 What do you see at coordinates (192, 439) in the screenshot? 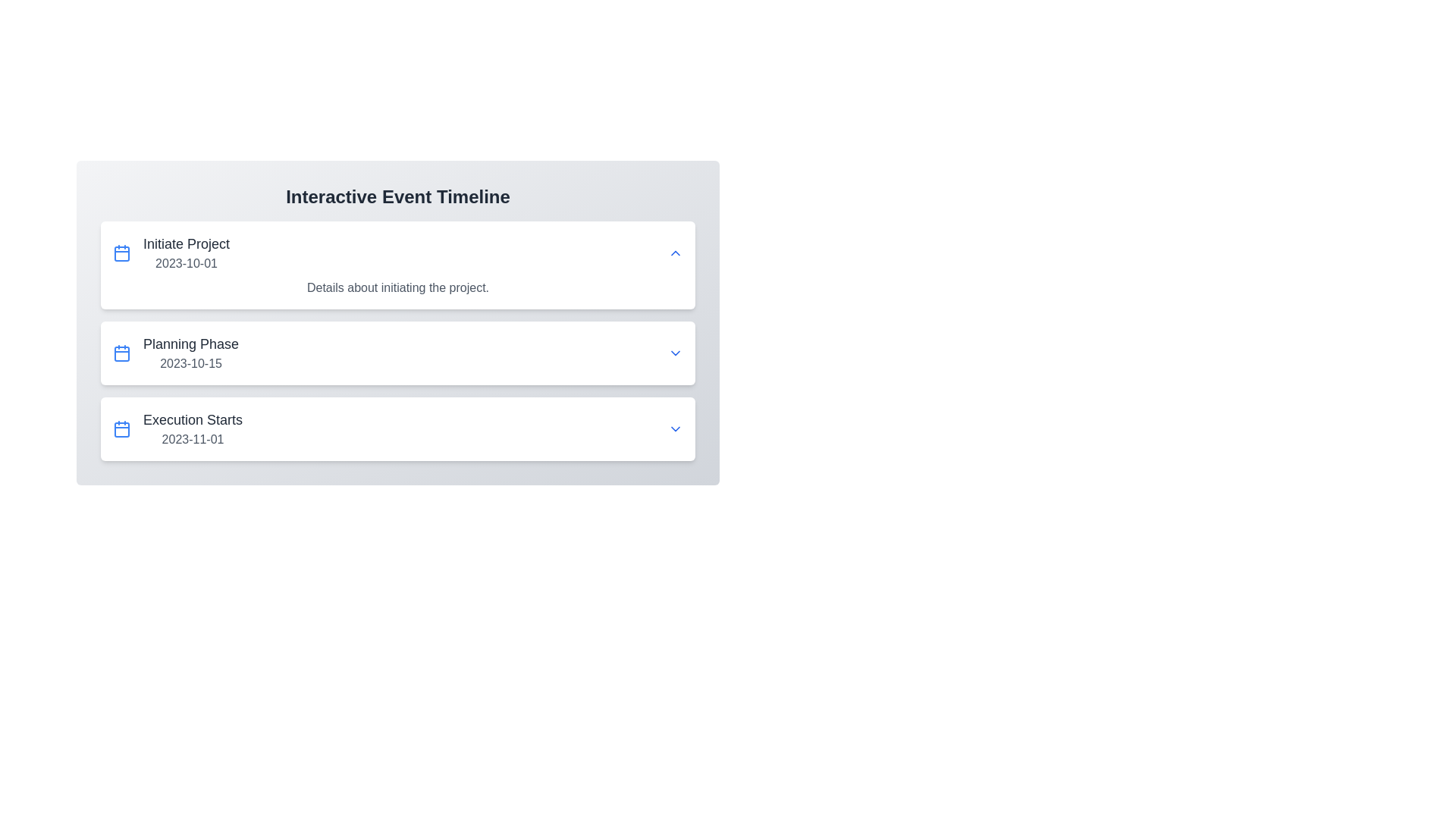
I see `the text element indicating the date associated with the 'Execution Starts' event, which is aligned towards the right below the main event title` at bounding box center [192, 439].